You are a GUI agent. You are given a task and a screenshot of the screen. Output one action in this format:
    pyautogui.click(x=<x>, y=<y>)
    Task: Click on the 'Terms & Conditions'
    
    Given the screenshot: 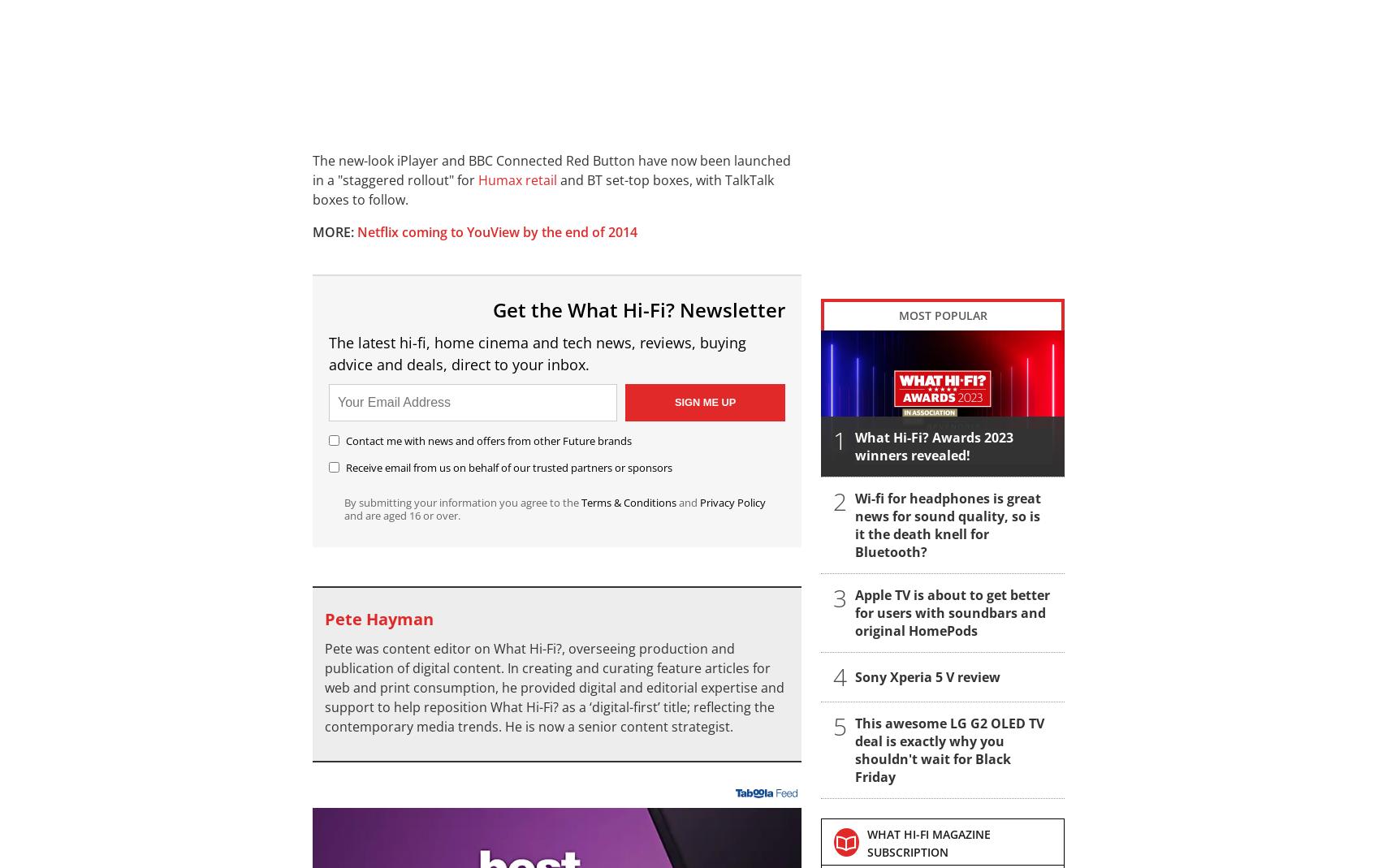 What is the action you would take?
    pyautogui.click(x=628, y=501)
    